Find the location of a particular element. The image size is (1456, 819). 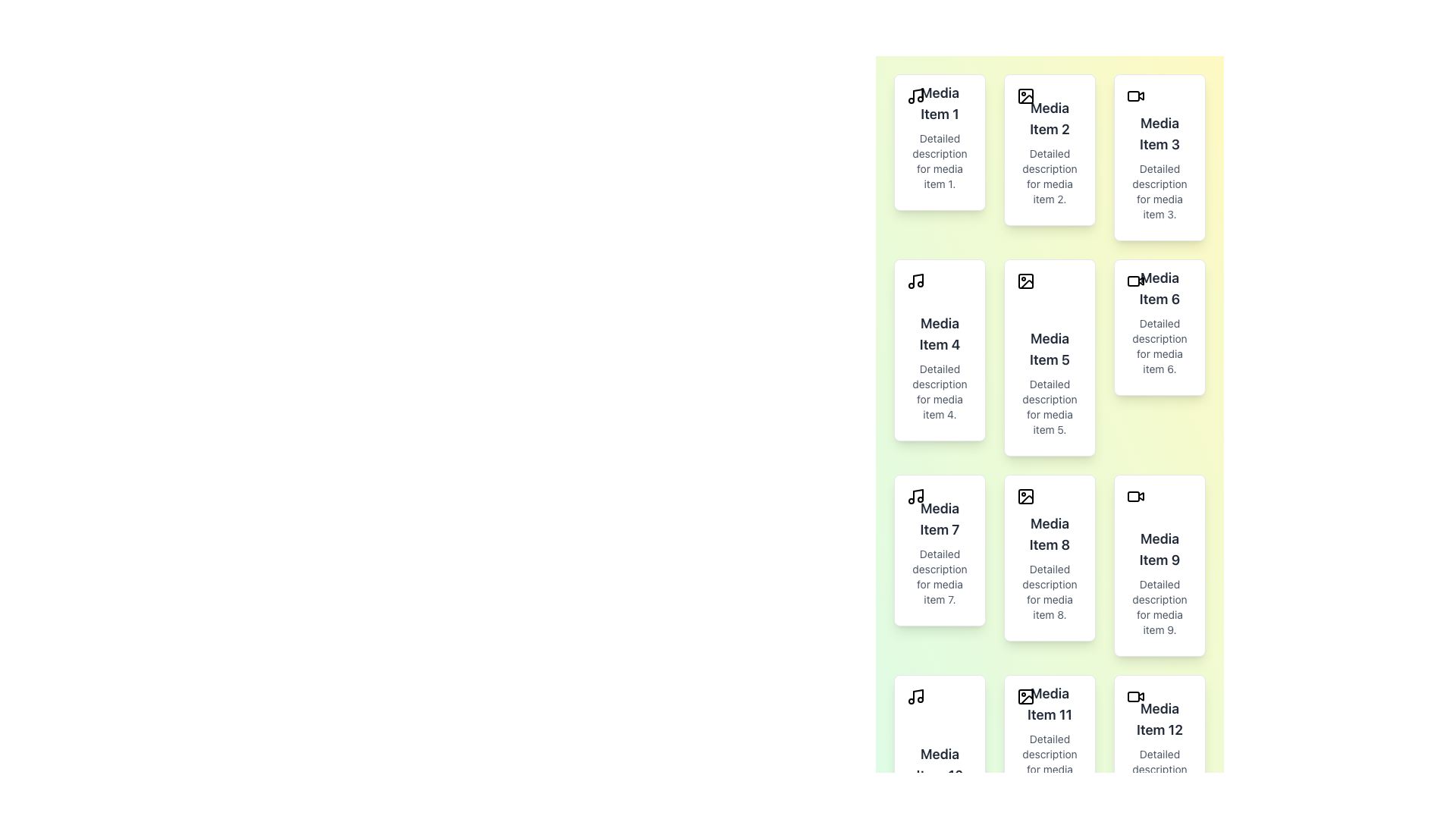

the static text label displaying 'Media Item 10' in bold at the bottom-left corner of the grid structure is located at coordinates (939, 765).